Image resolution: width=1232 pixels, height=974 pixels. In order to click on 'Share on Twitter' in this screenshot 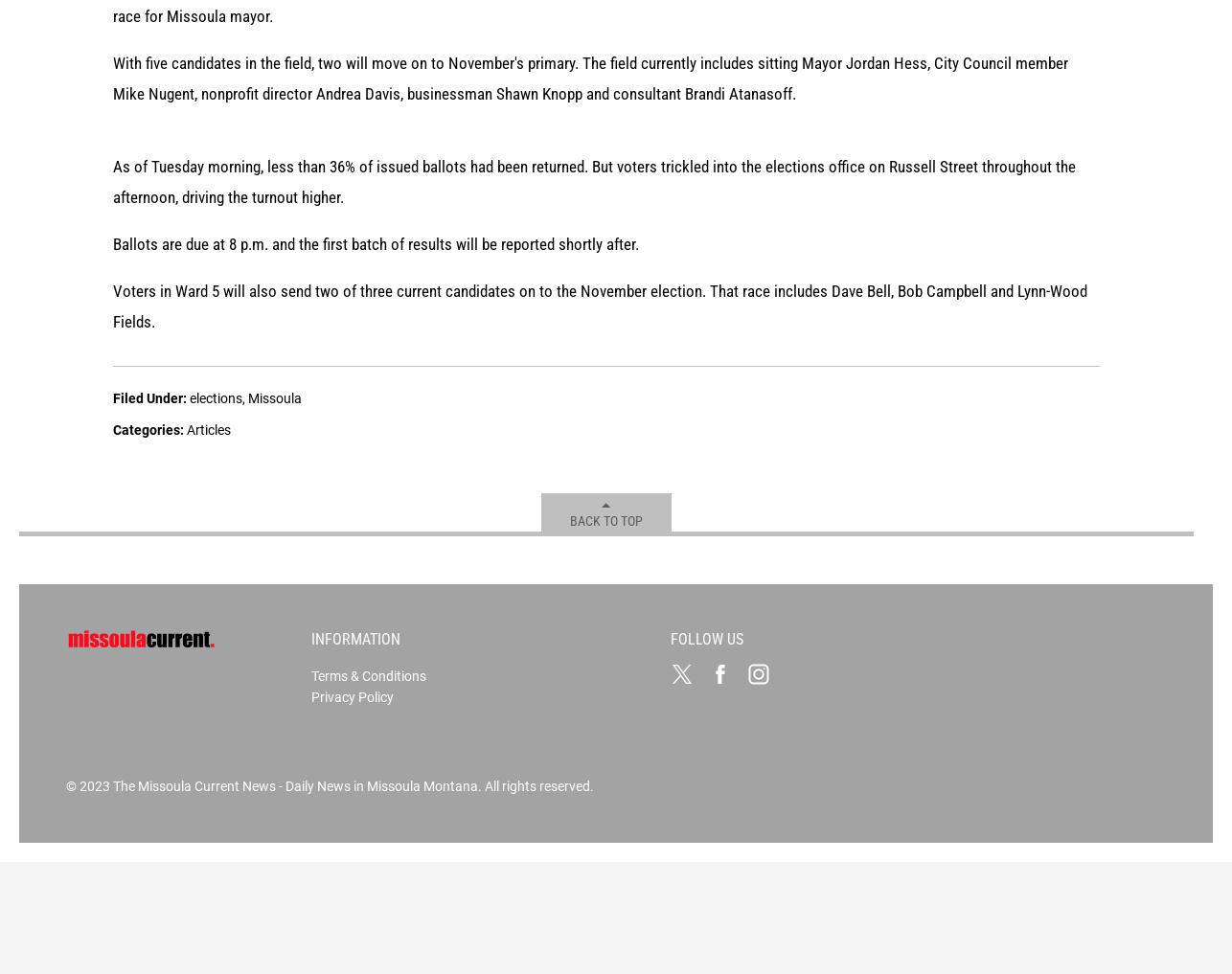, I will do `click(480, 201)`.